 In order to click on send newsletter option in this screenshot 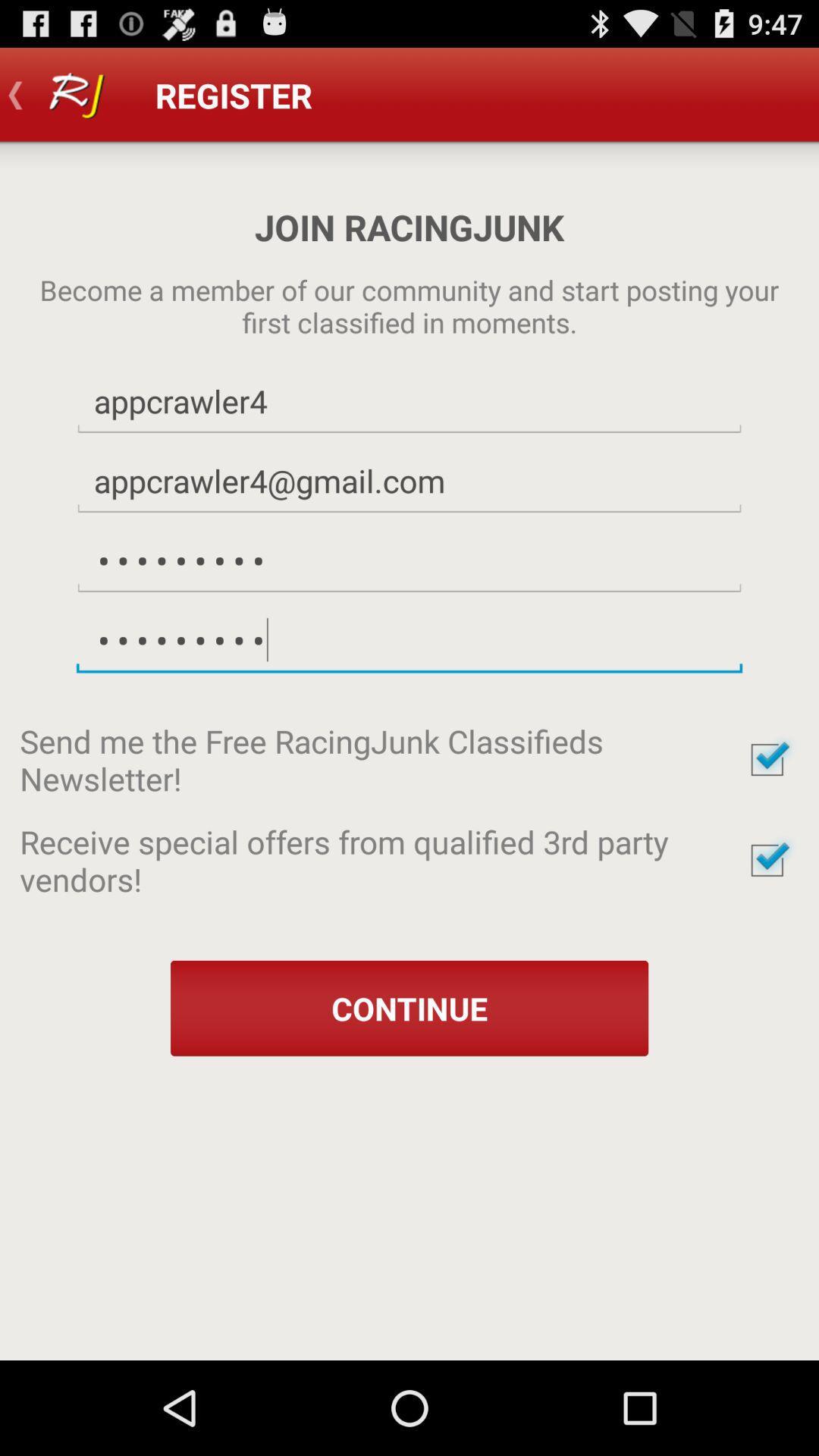, I will do `click(767, 760)`.